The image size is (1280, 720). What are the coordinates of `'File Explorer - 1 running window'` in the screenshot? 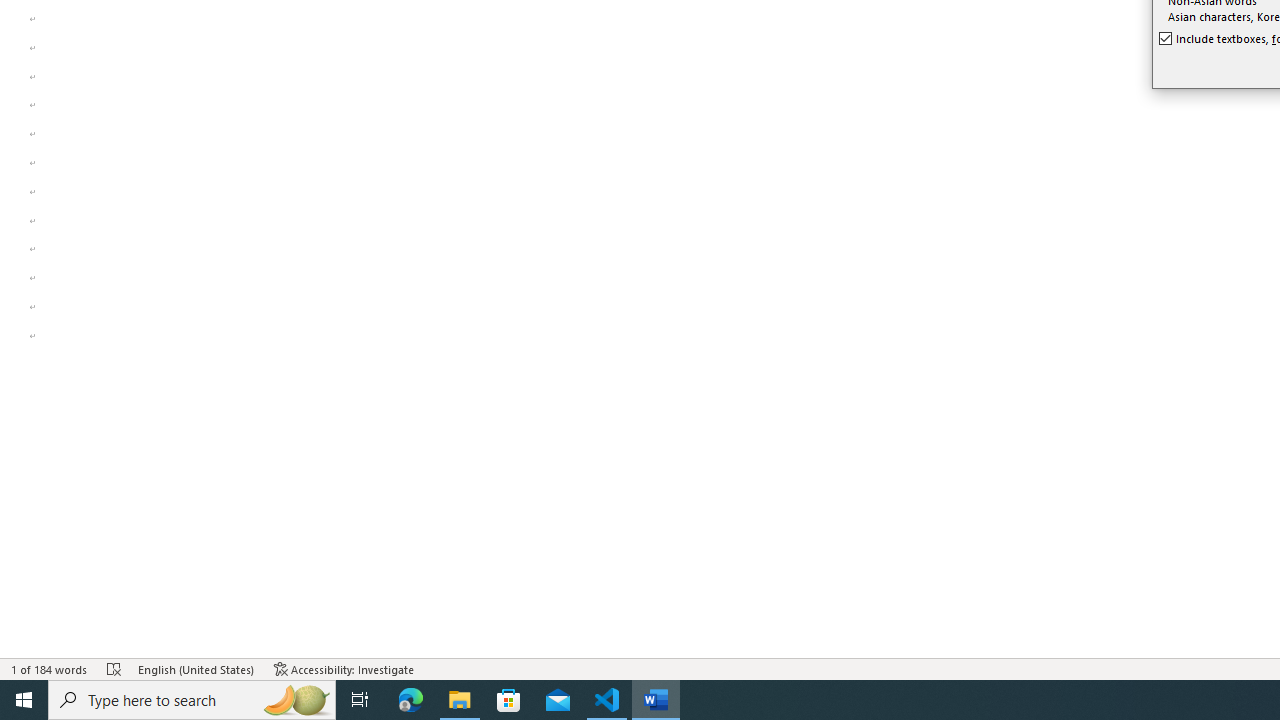 It's located at (459, 698).